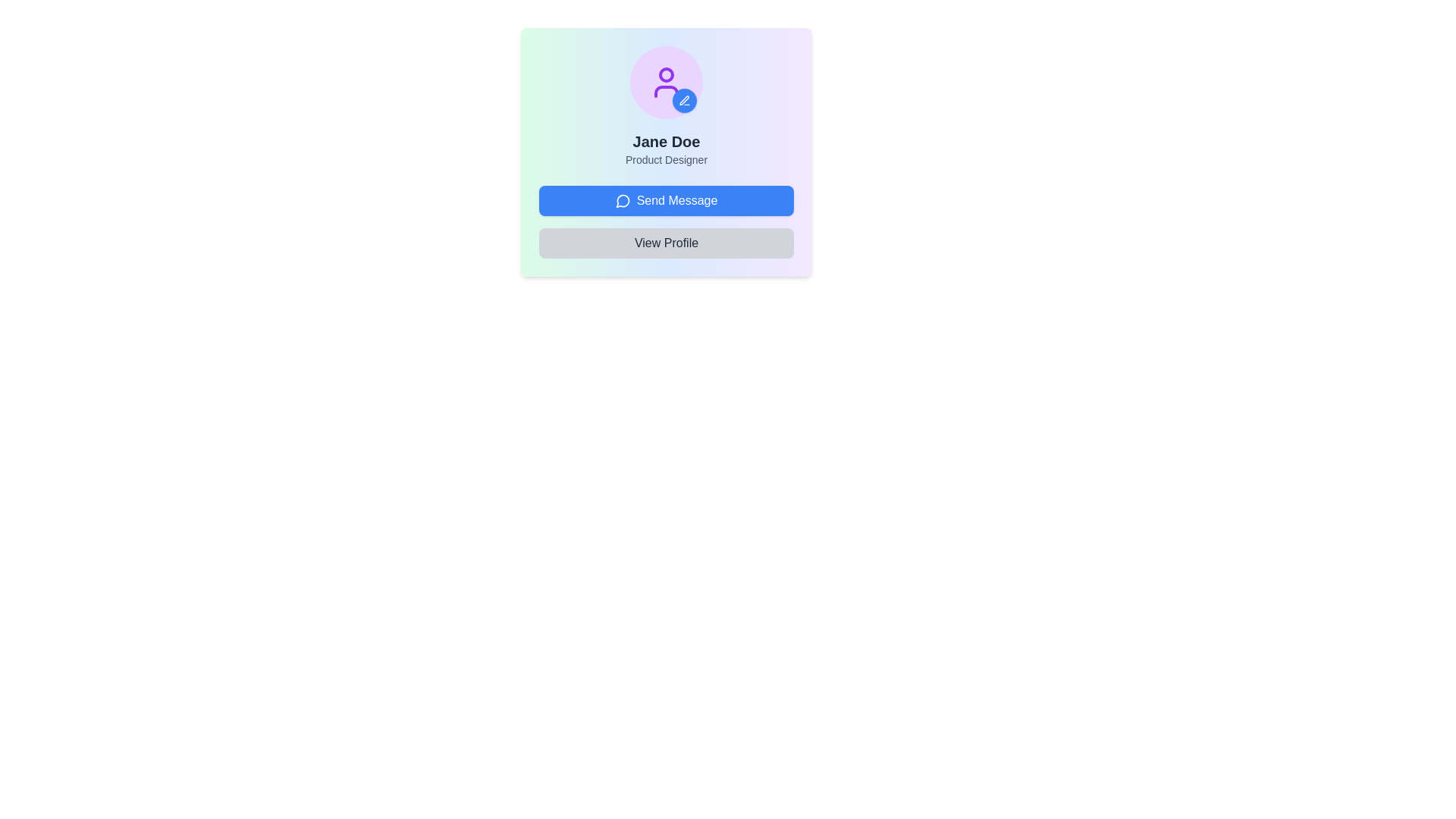 The height and width of the screenshot is (819, 1456). I want to click on the Text label that informs users about the 'Send Message' button, which is located within a blue button and positioned above a grey 'View Profile' button, so click(676, 200).